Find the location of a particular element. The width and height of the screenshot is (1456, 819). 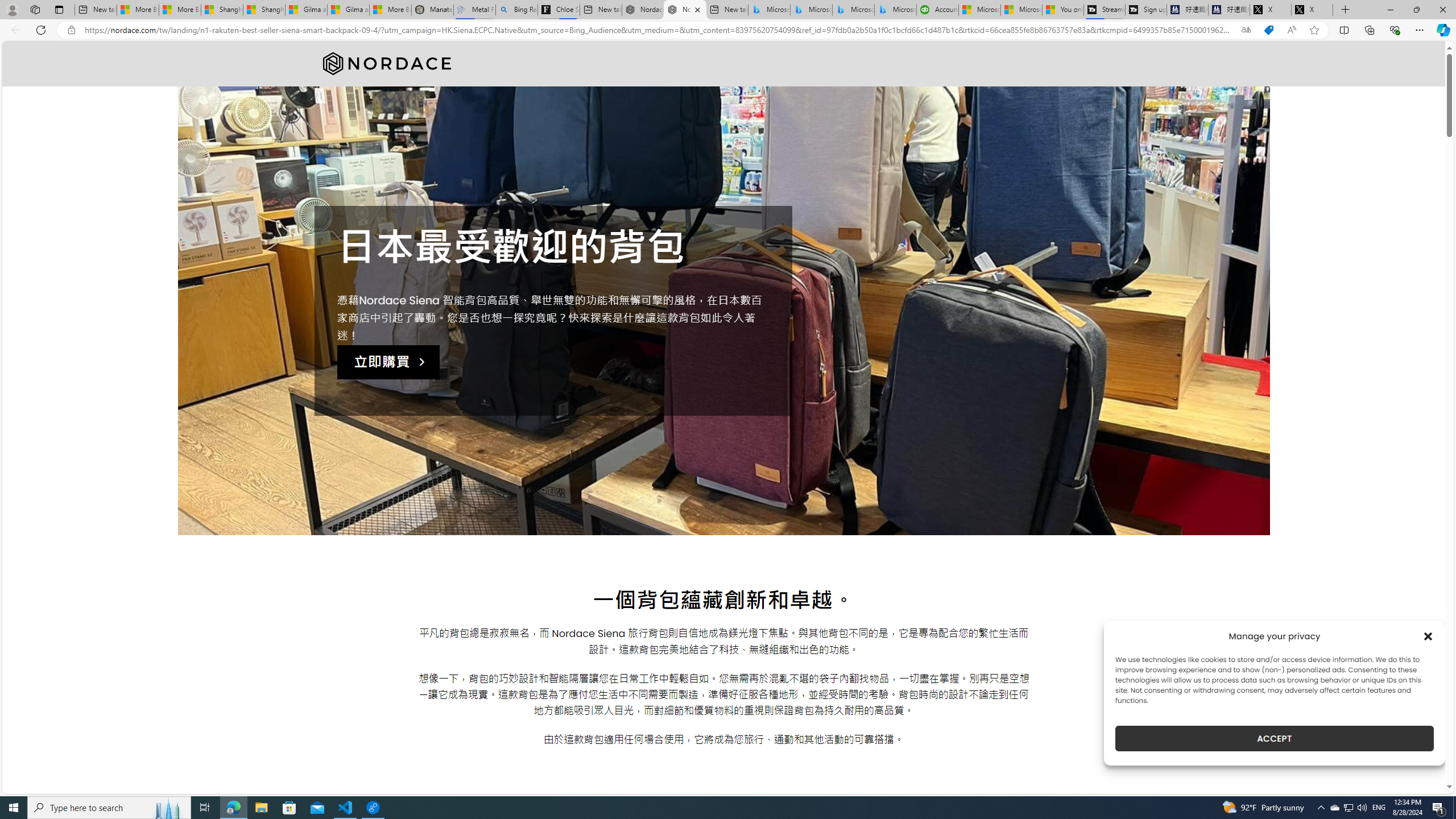

'Bing Real Estate - Home sales and rental listings' is located at coordinates (516, 9).